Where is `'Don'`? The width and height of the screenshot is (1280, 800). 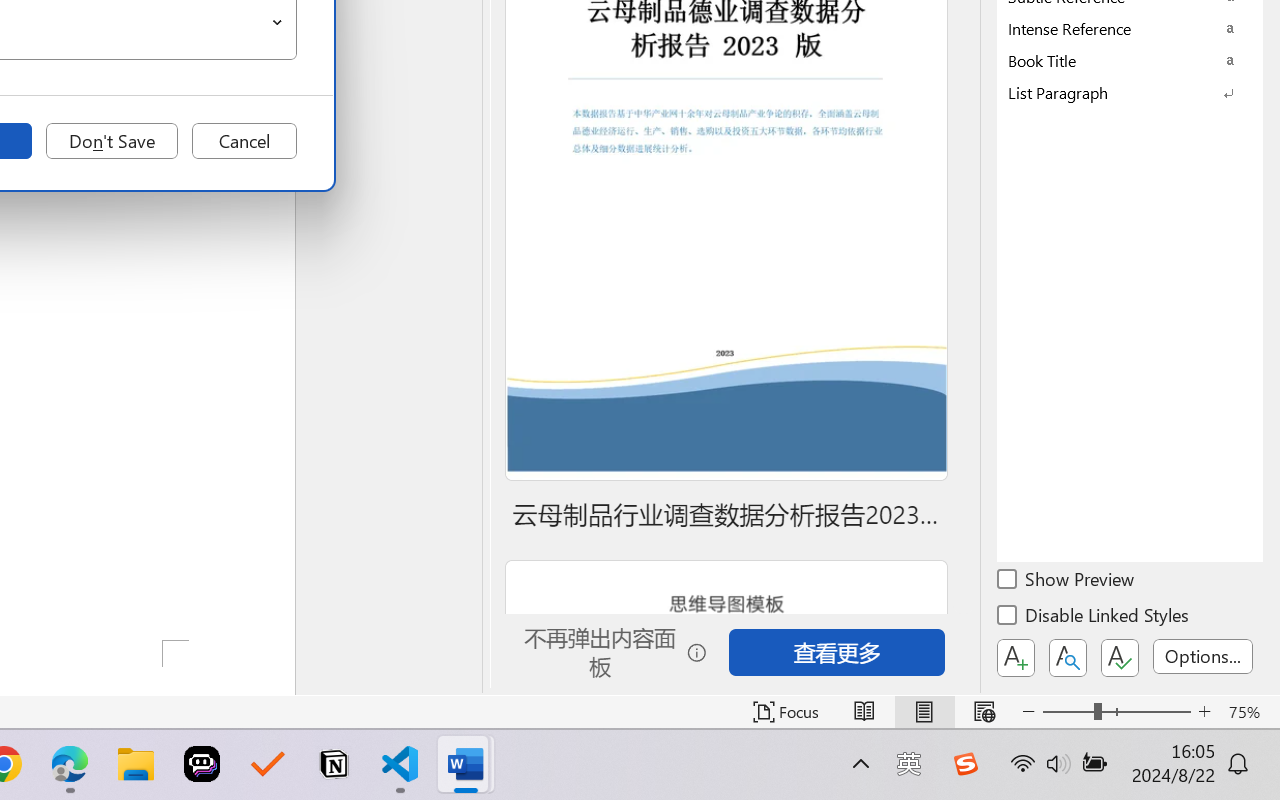
'Don' is located at coordinates (111, 141).